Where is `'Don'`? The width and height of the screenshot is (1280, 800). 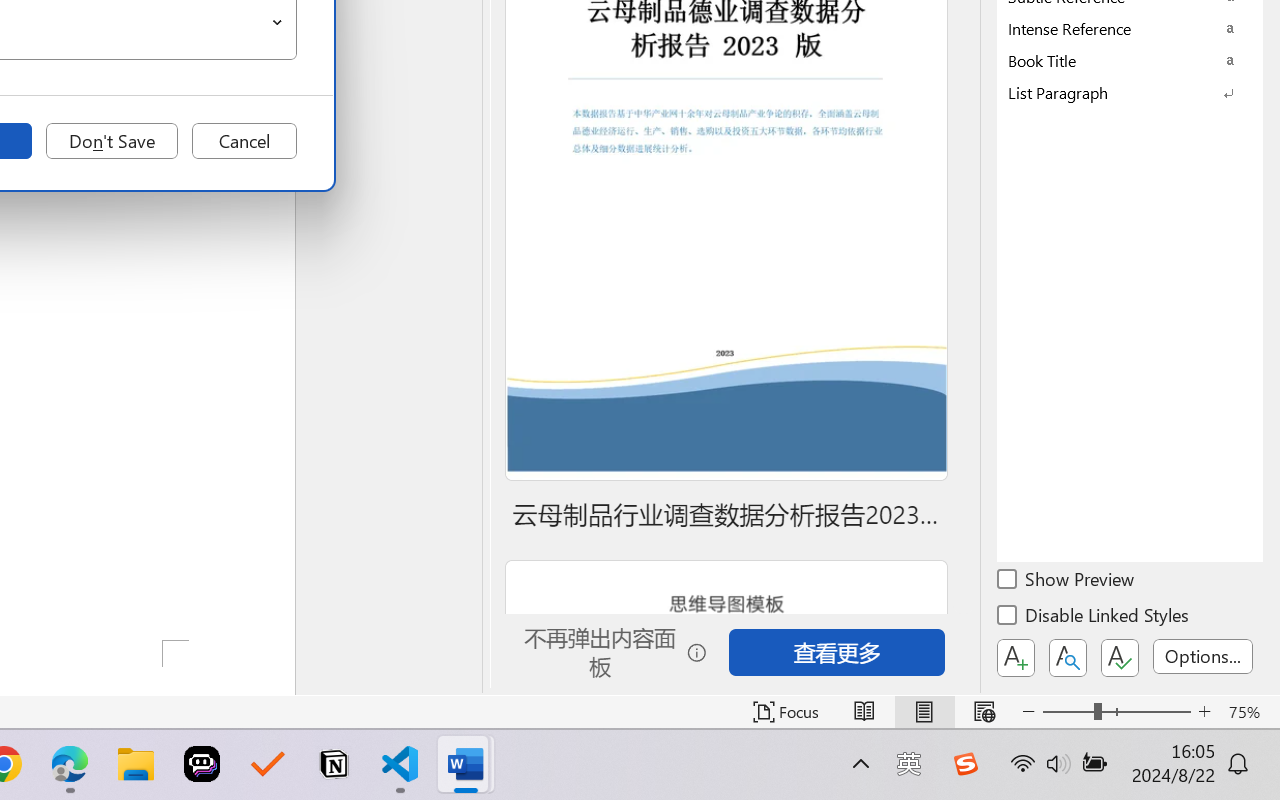
'Don' is located at coordinates (111, 141).